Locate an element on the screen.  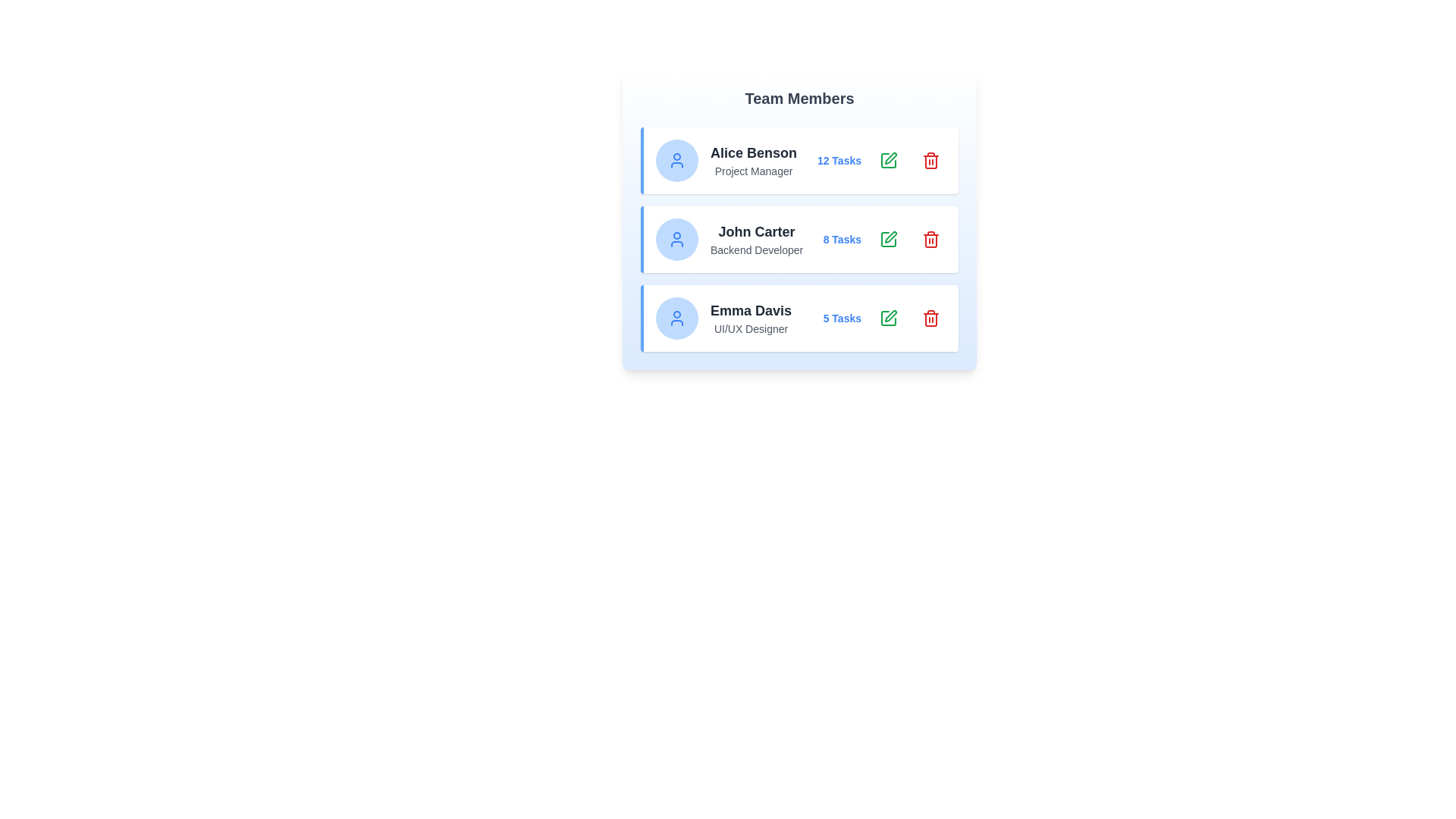
'Edit' button corresponding to the team member Emma Davis is located at coordinates (888, 318).